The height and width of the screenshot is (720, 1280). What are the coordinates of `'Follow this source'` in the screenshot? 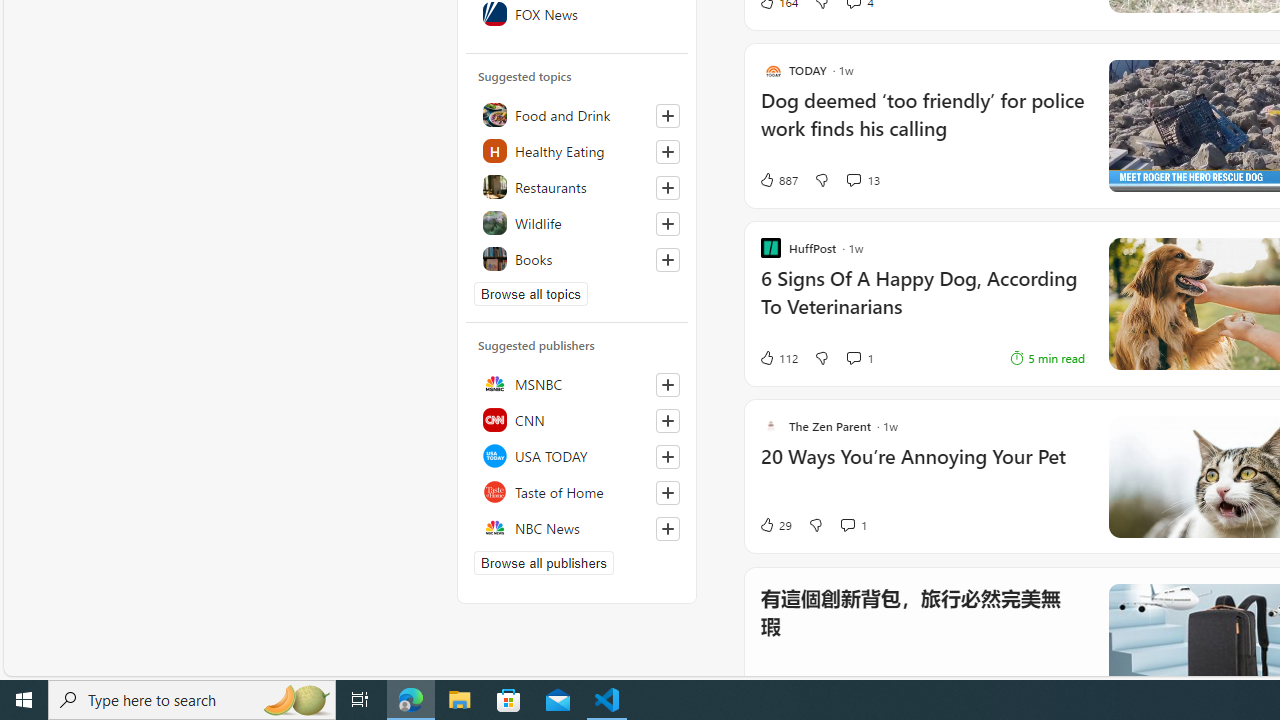 It's located at (668, 527).